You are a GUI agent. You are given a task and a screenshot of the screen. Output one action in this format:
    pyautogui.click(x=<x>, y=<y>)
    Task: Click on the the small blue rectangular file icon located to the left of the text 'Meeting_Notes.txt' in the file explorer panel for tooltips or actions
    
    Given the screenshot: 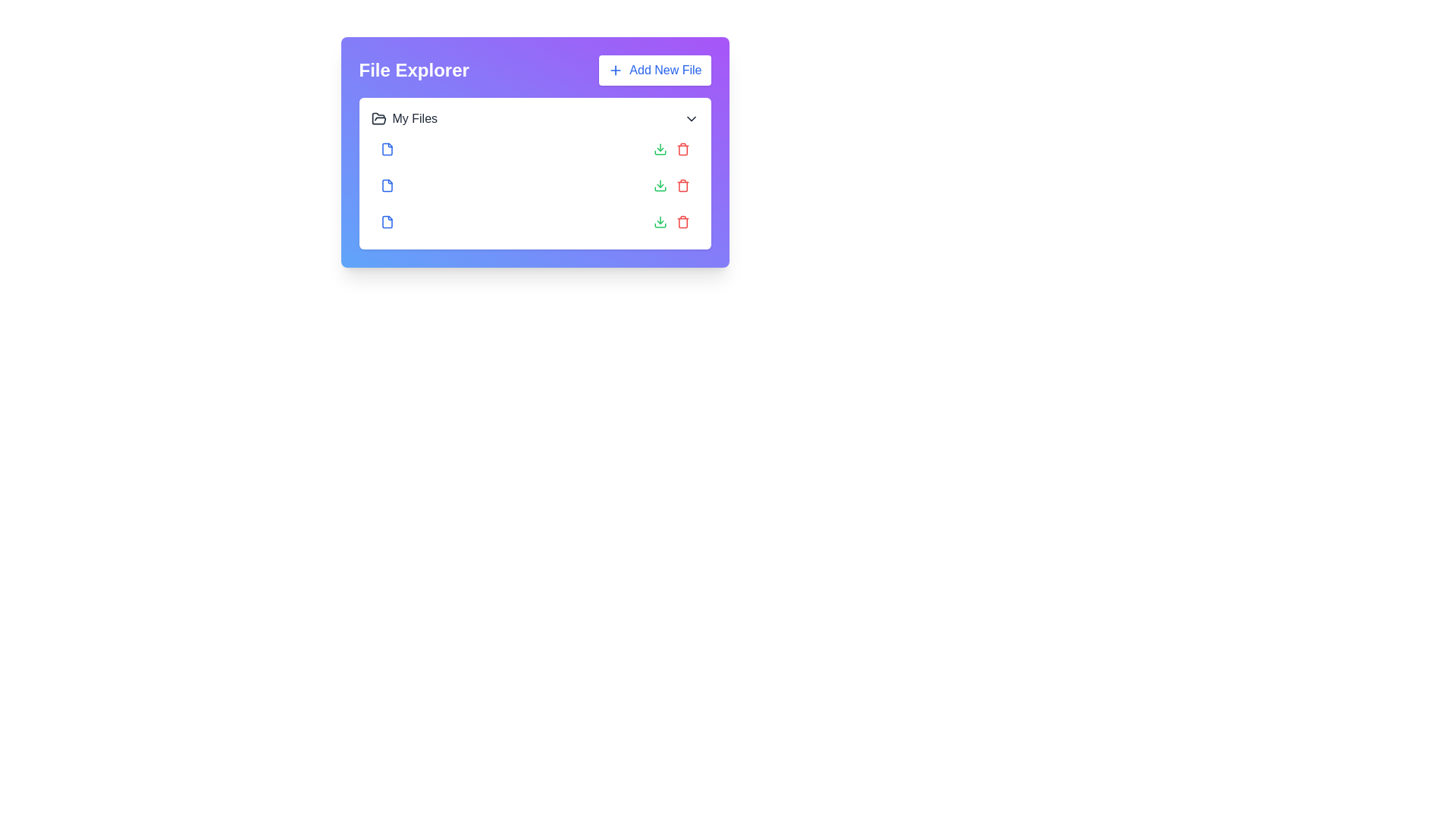 What is the action you would take?
    pyautogui.click(x=387, y=185)
    